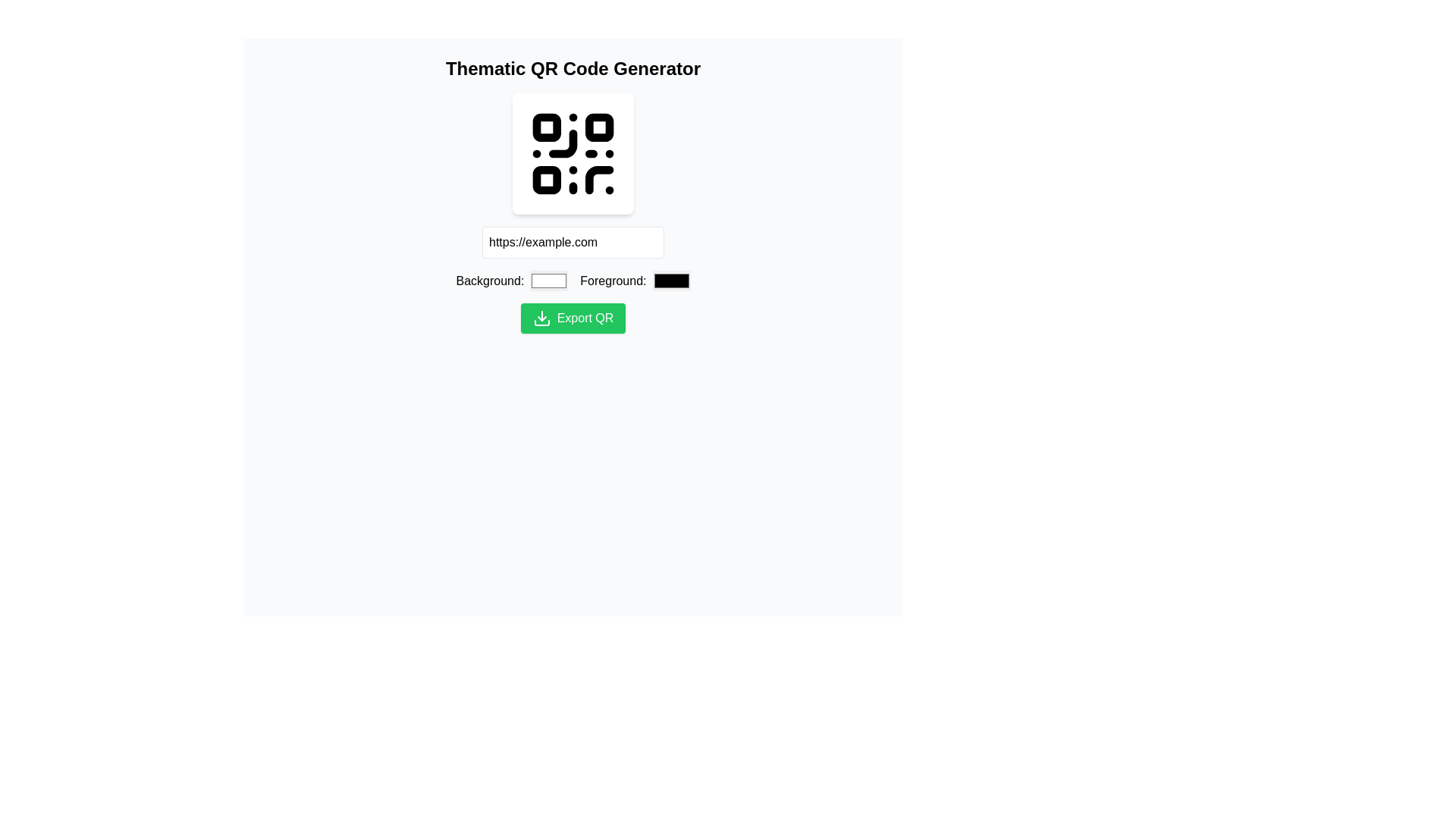 The width and height of the screenshot is (1456, 819). Describe the element at coordinates (572, 242) in the screenshot. I see `the URL input text field, located directly below the QR code graphic` at that location.